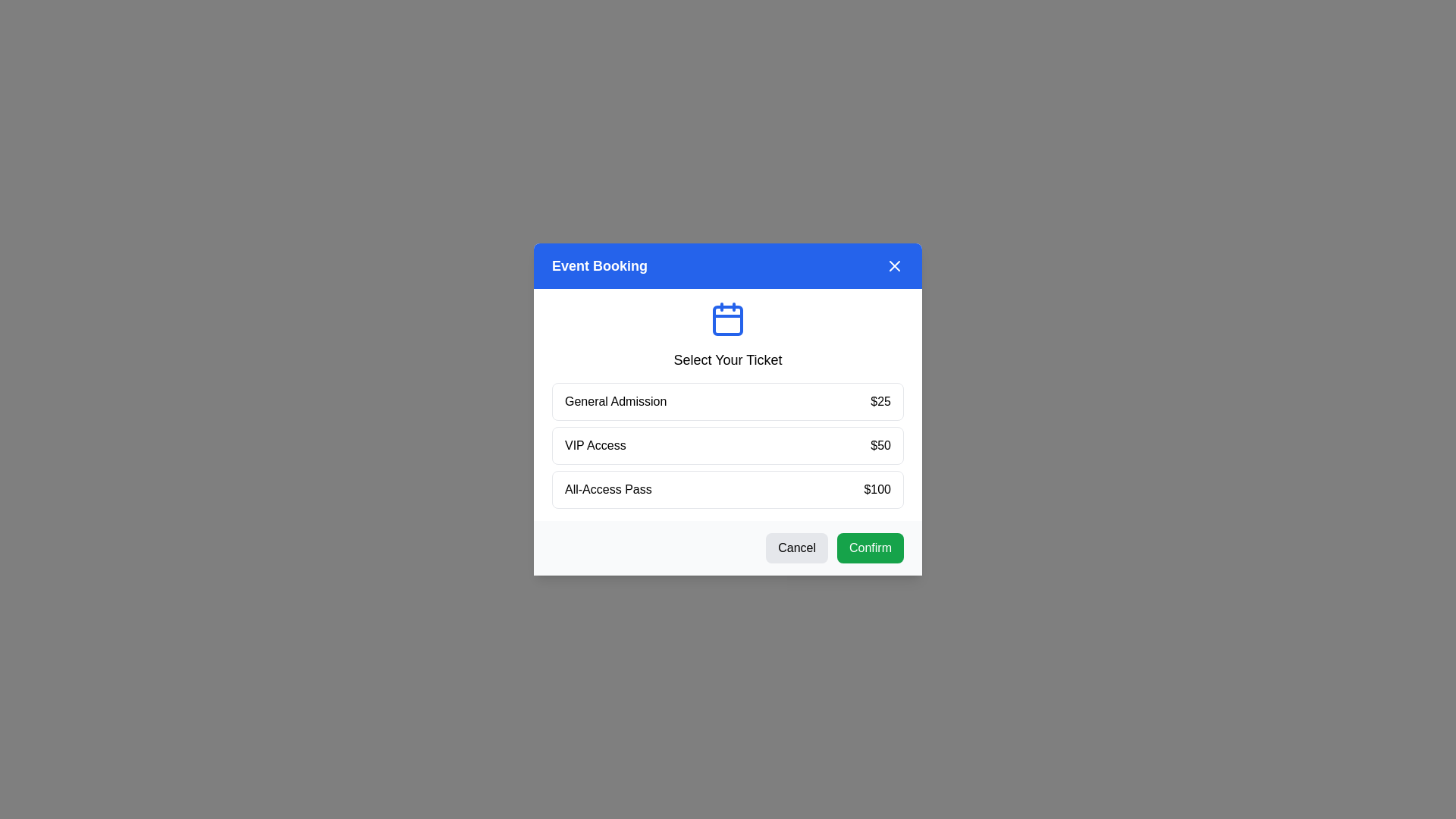  I want to click on the 'Cancel' button with a light gray background and black text, located at the bottom right corner of the 'Event Booking' dialog box for keyboard interaction support, so click(796, 548).